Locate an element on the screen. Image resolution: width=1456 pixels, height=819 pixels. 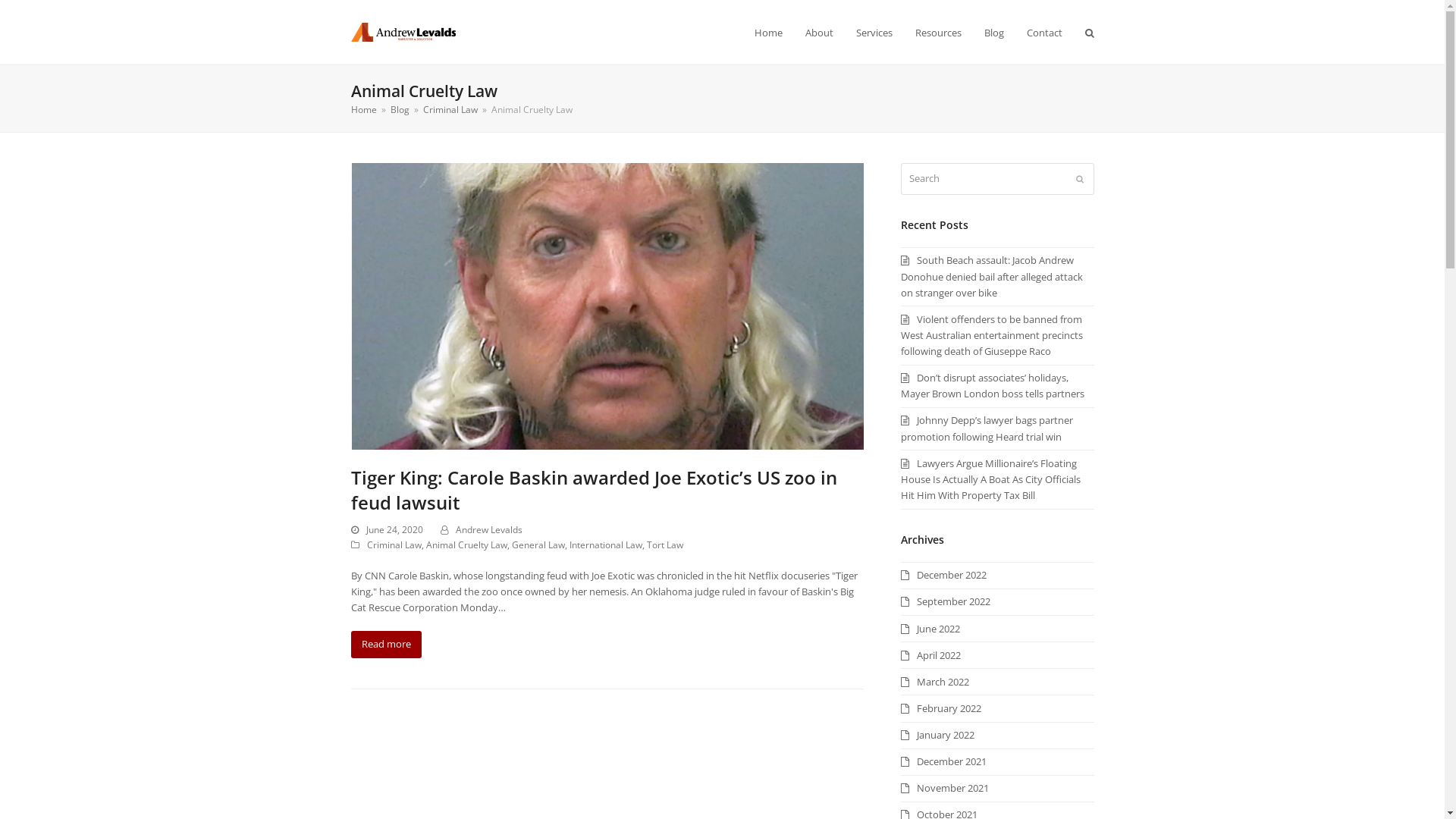
'Criminal Law' is located at coordinates (394, 544).